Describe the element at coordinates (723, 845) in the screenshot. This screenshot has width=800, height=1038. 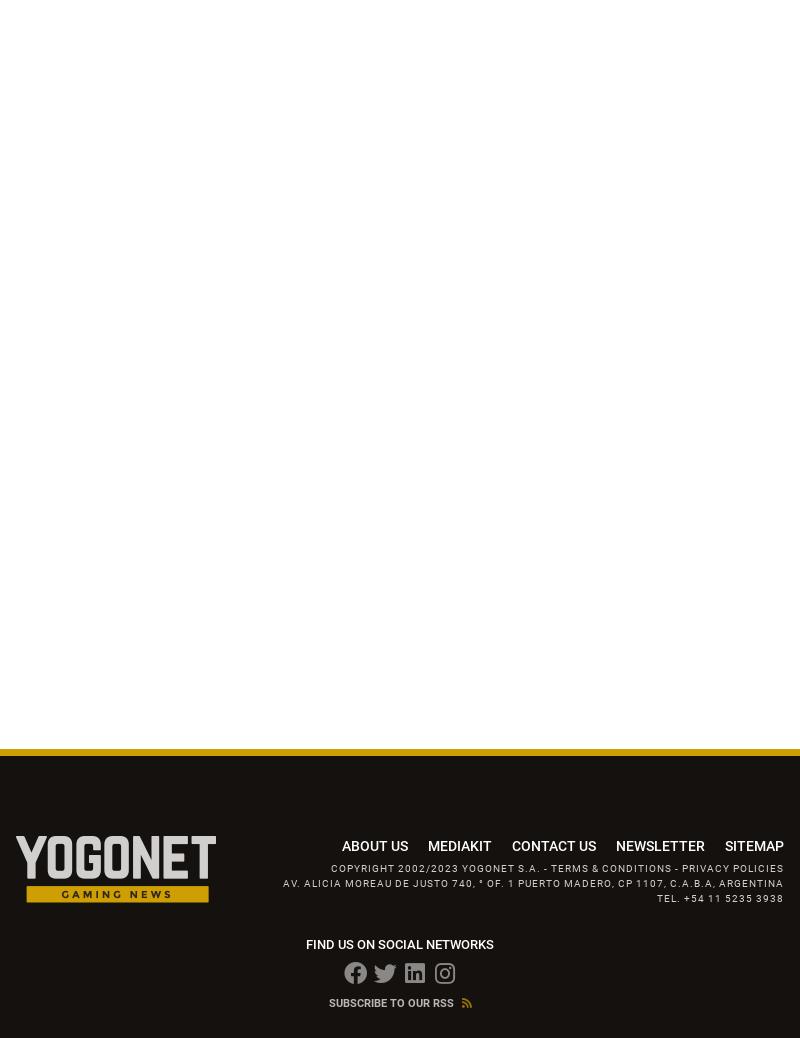
I see `'SITEMAP'` at that location.